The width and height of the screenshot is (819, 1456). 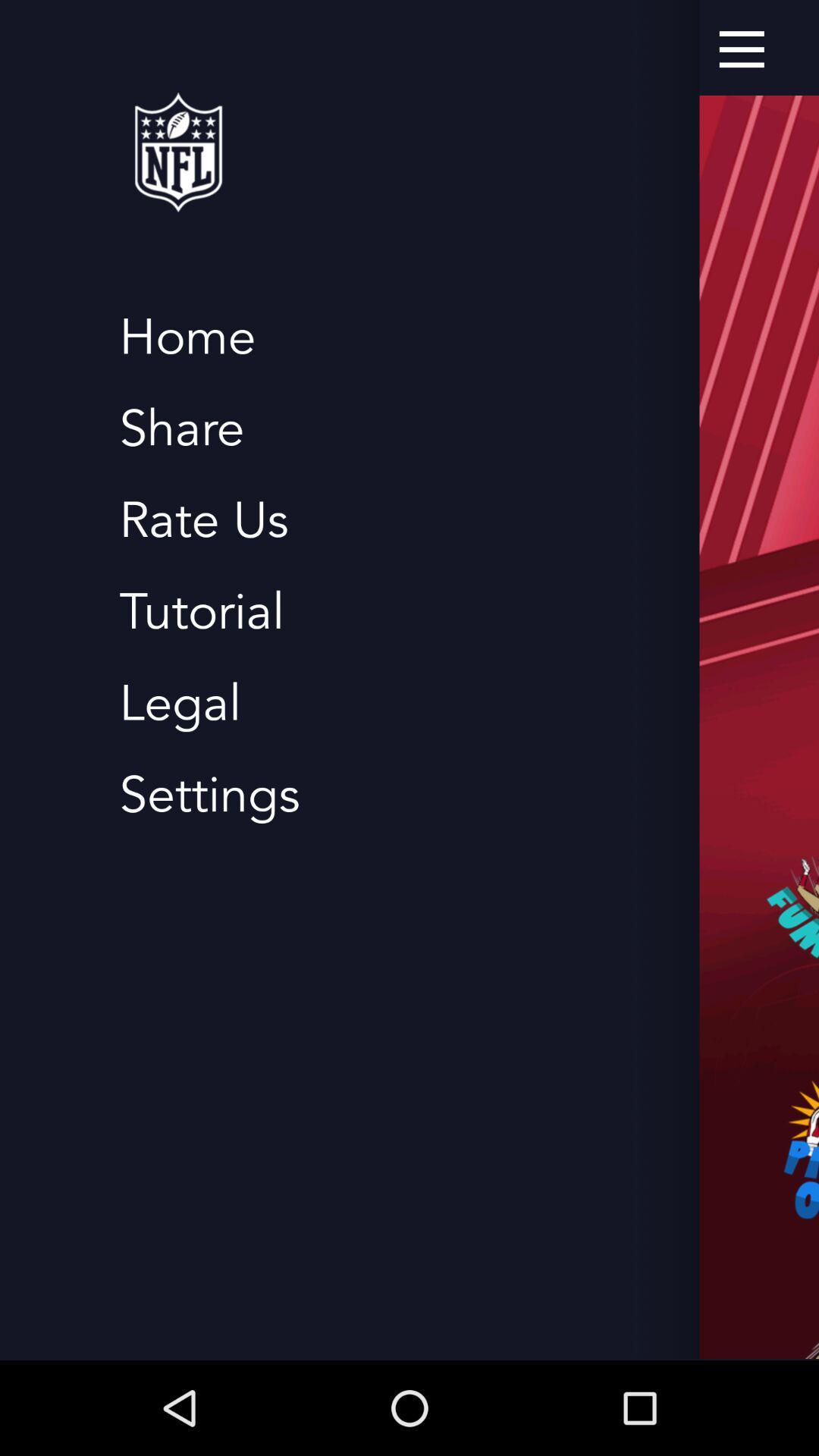 What do you see at coordinates (201, 612) in the screenshot?
I see `the tutorial` at bounding box center [201, 612].